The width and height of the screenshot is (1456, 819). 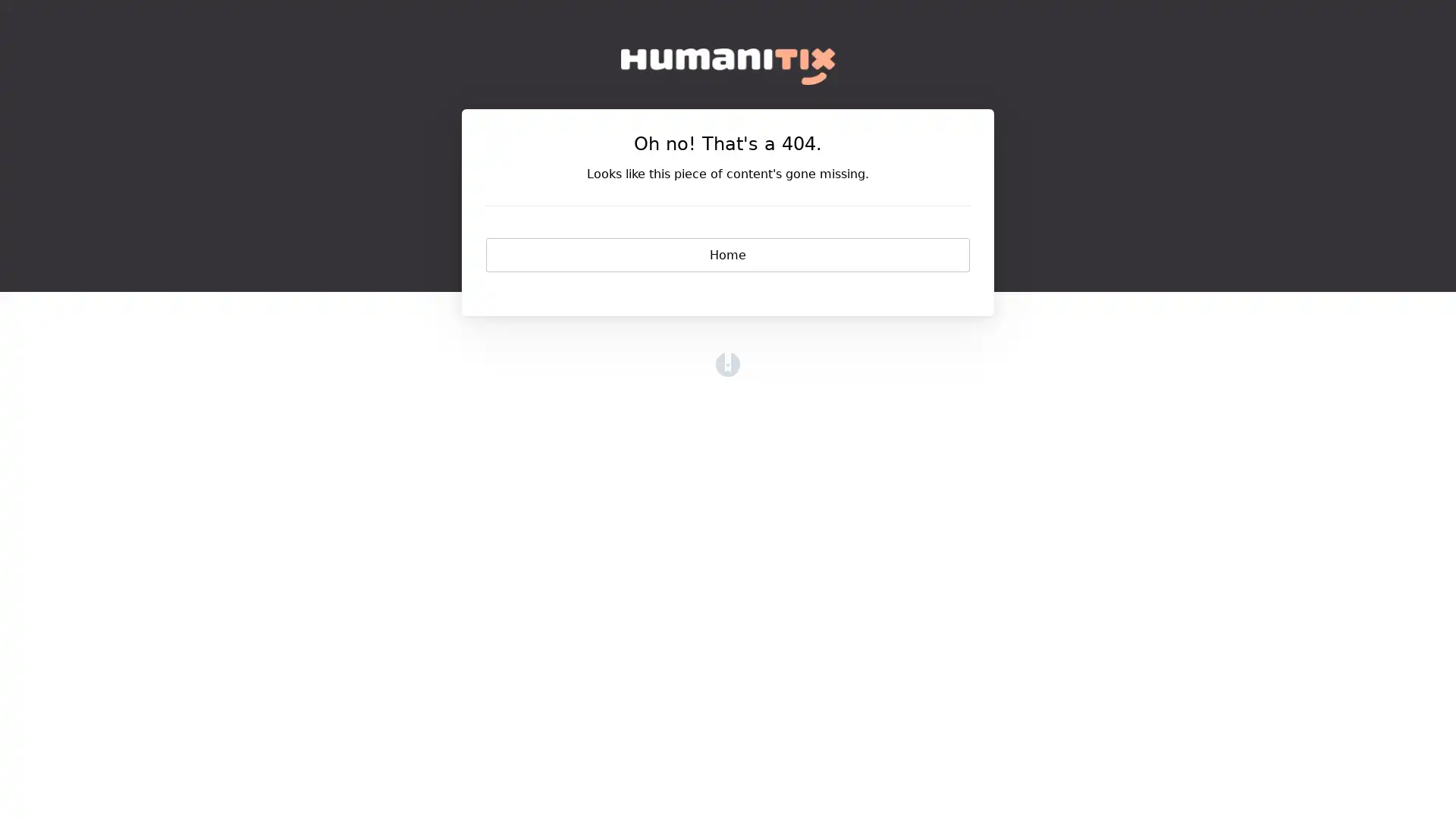 What do you see at coordinates (728, 254) in the screenshot?
I see `Home` at bounding box center [728, 254].